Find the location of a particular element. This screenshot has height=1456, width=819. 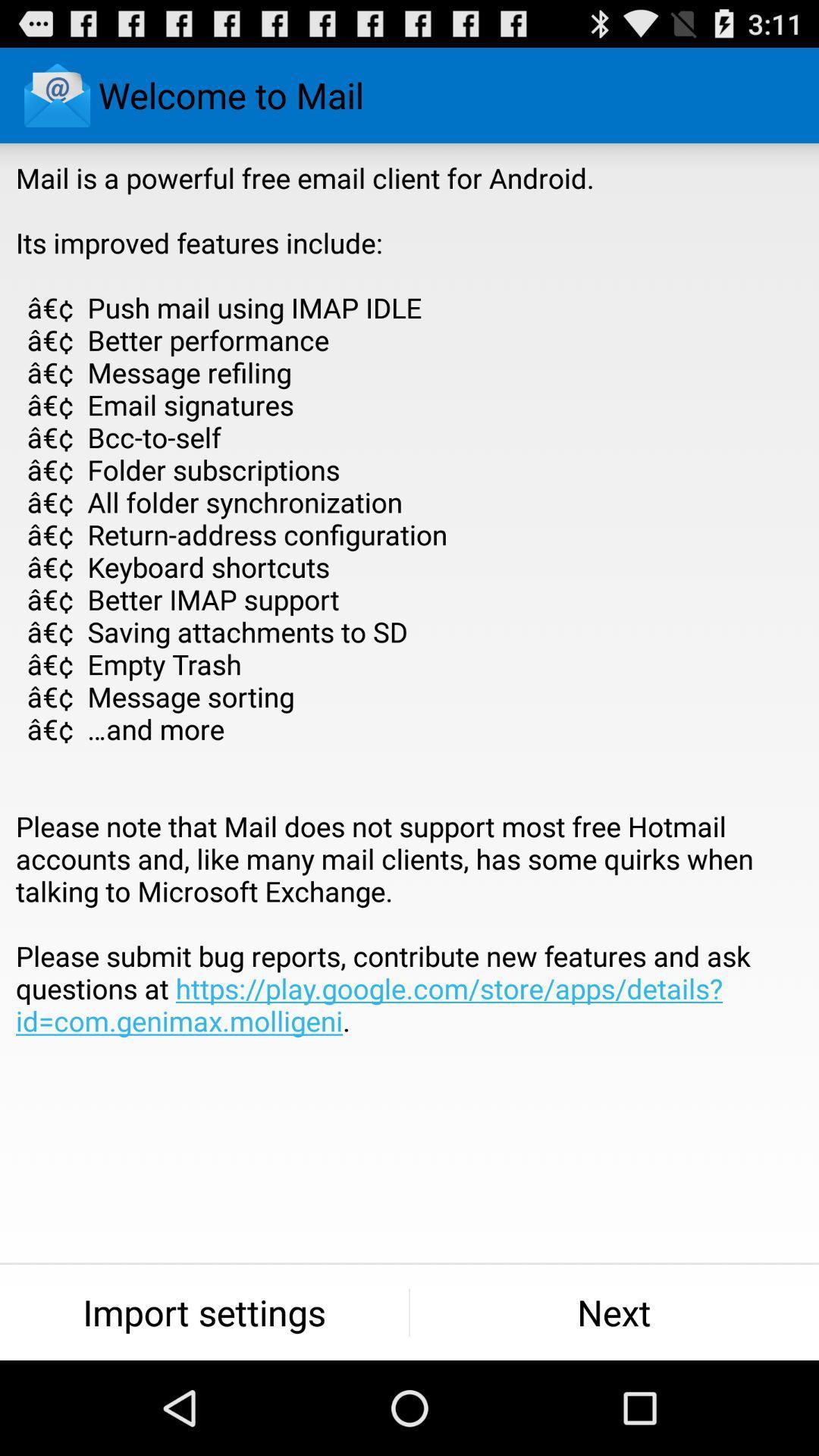

icon at the center is located at coordinates (409, 632).